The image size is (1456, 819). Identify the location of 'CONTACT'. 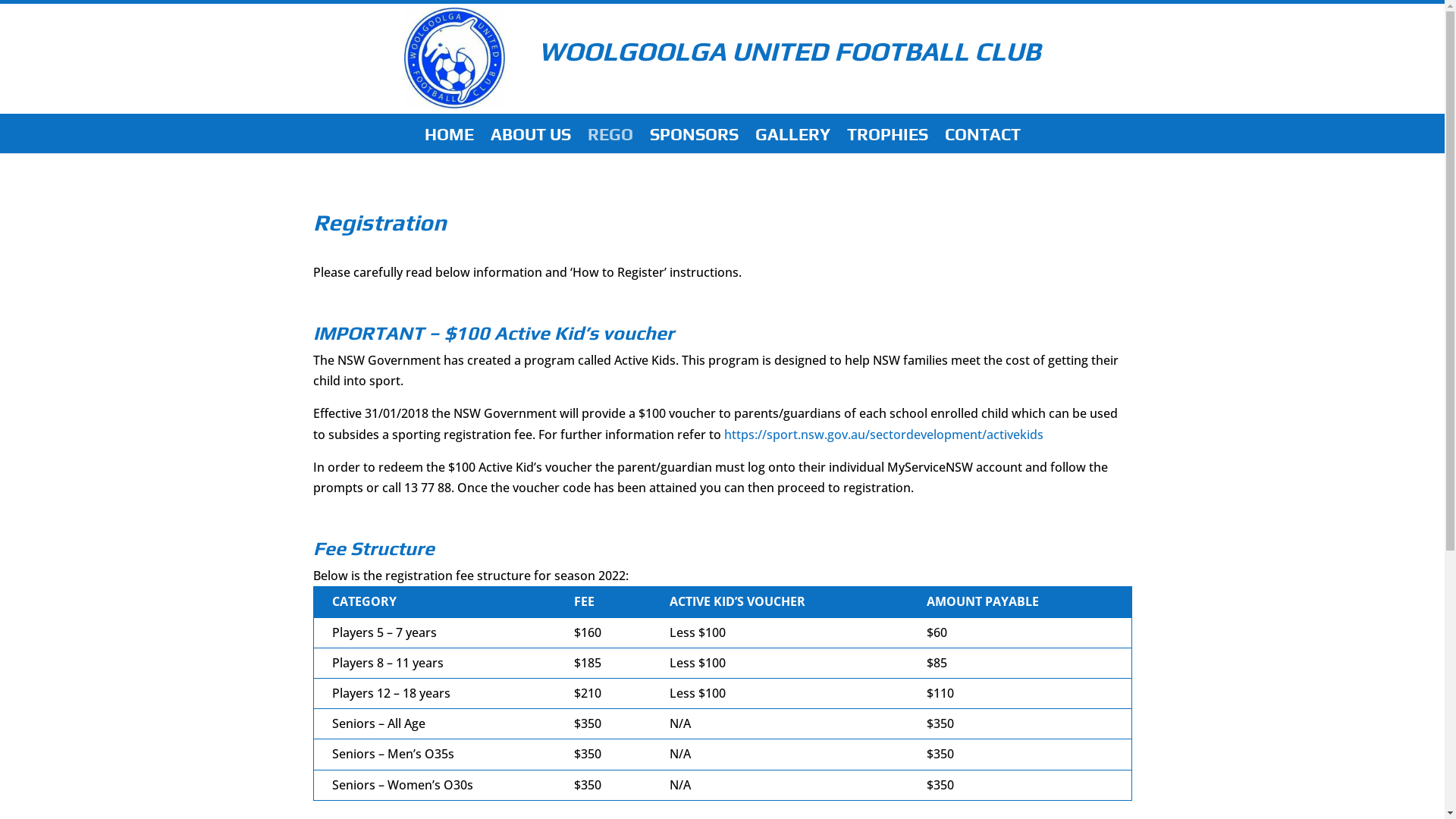
(983, 140).